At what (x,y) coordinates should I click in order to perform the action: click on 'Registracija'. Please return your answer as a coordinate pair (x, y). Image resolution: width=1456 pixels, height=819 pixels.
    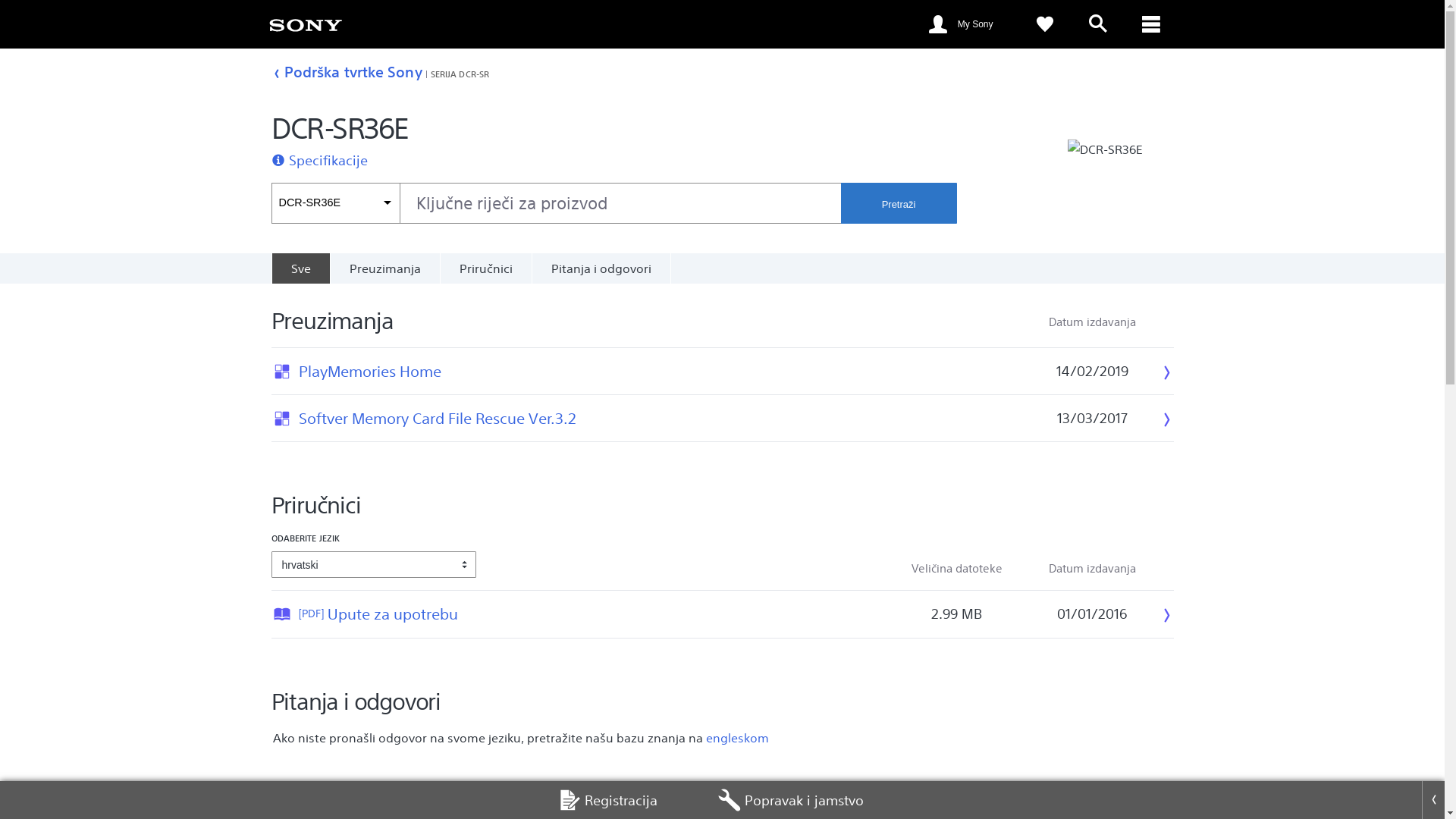
    Looking at the image, I should click on (557, 799).